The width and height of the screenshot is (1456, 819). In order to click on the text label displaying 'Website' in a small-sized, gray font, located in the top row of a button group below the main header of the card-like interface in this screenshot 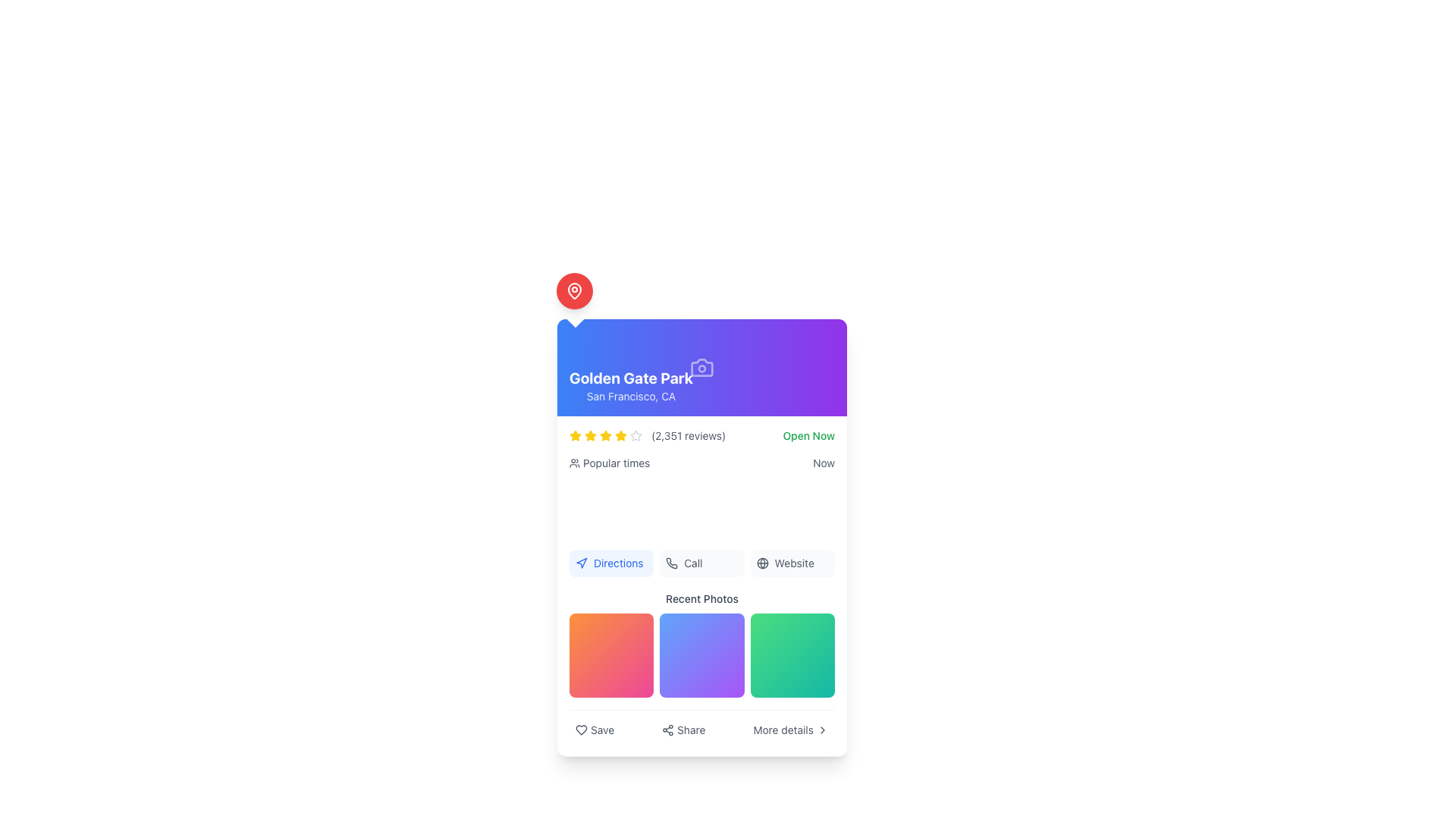, I will do `click(793, 563)`.